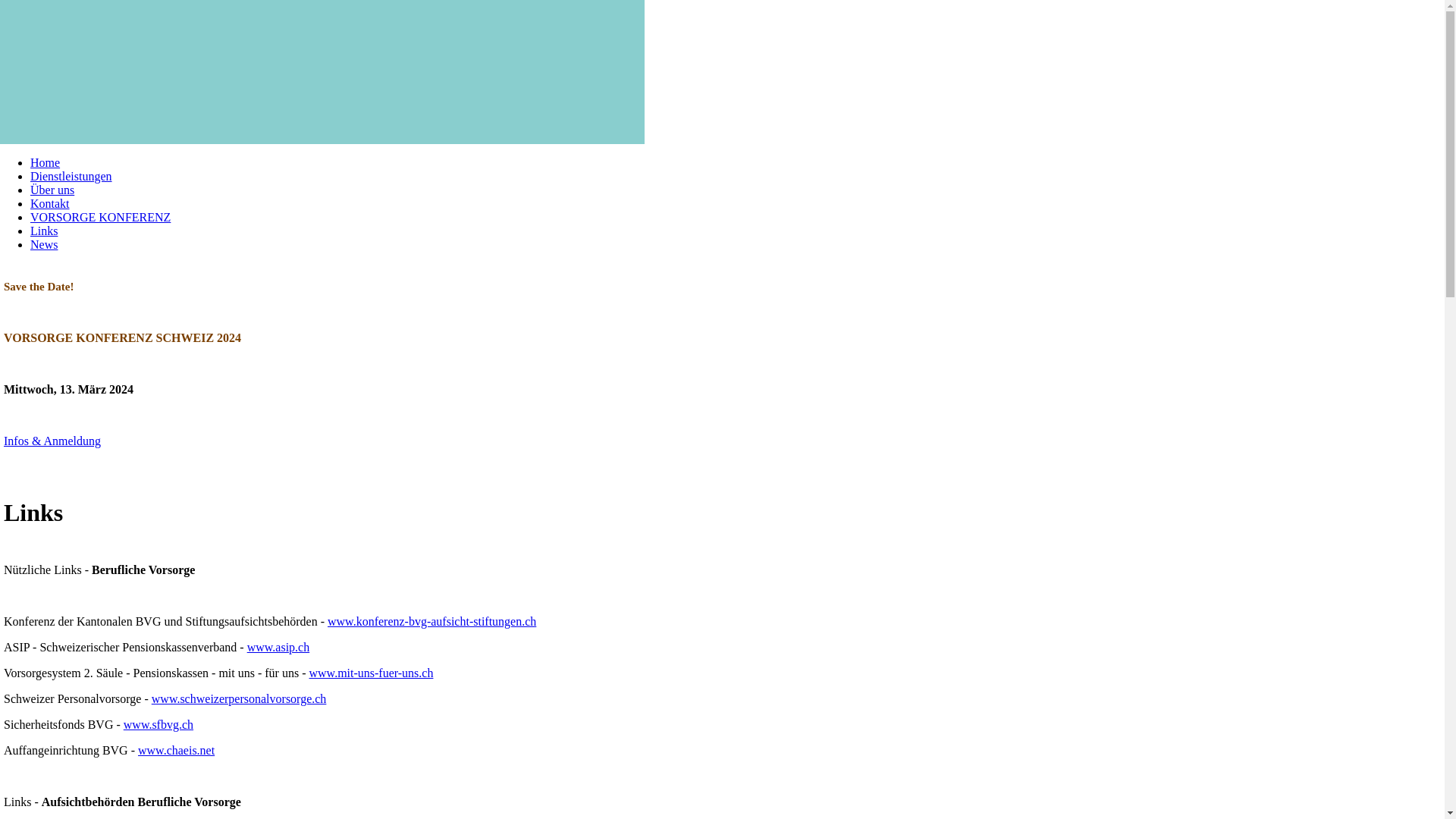 The width and height of the screenshot is (1456, 819). I want to click on 'Infos & Anmeldung', so click(52, 441).